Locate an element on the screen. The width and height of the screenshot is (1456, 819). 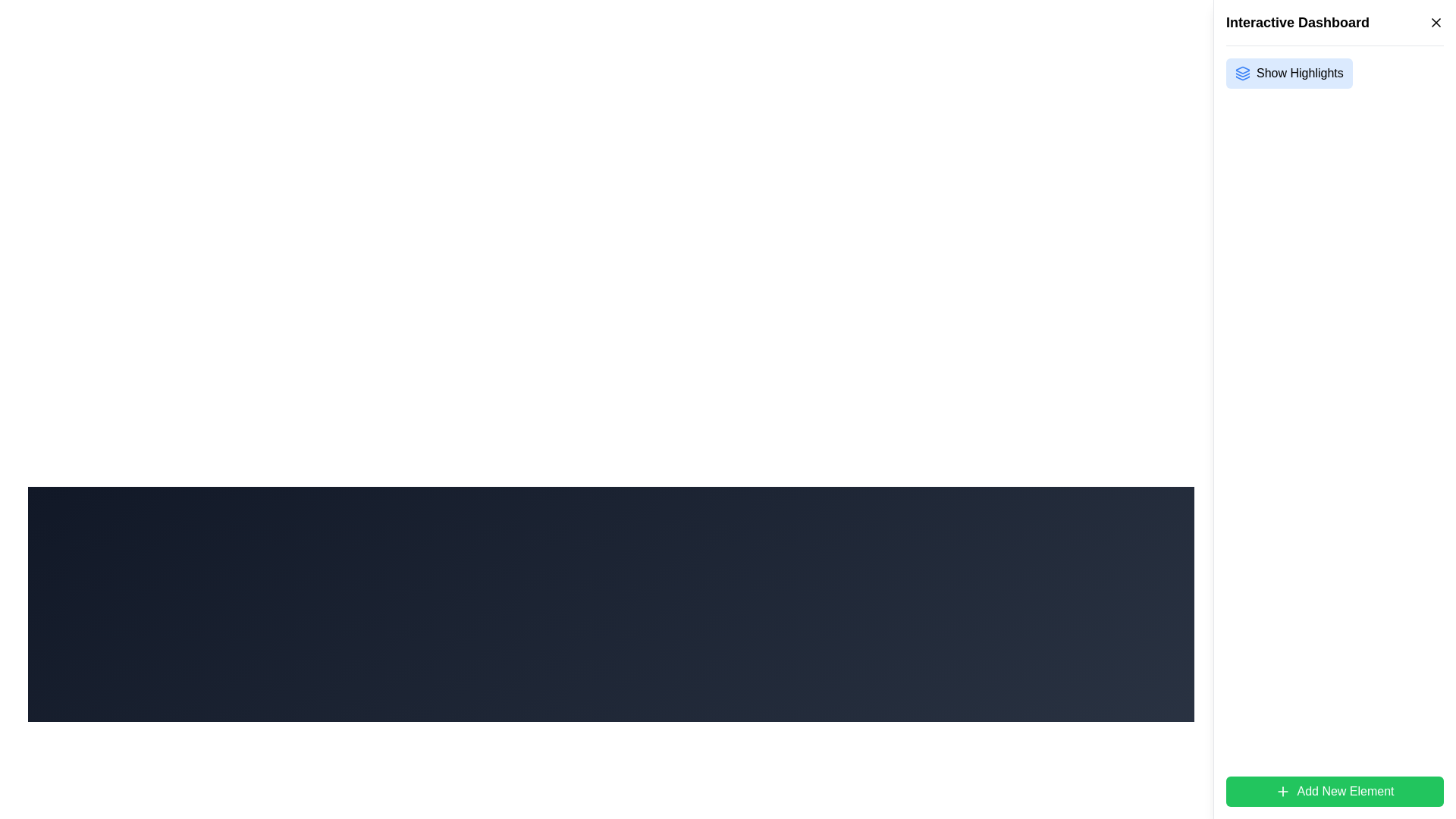
the close button located at the top-right corner of the 'Interactive Dashboard' section, which allows users is located at coordinates (1436, 23).